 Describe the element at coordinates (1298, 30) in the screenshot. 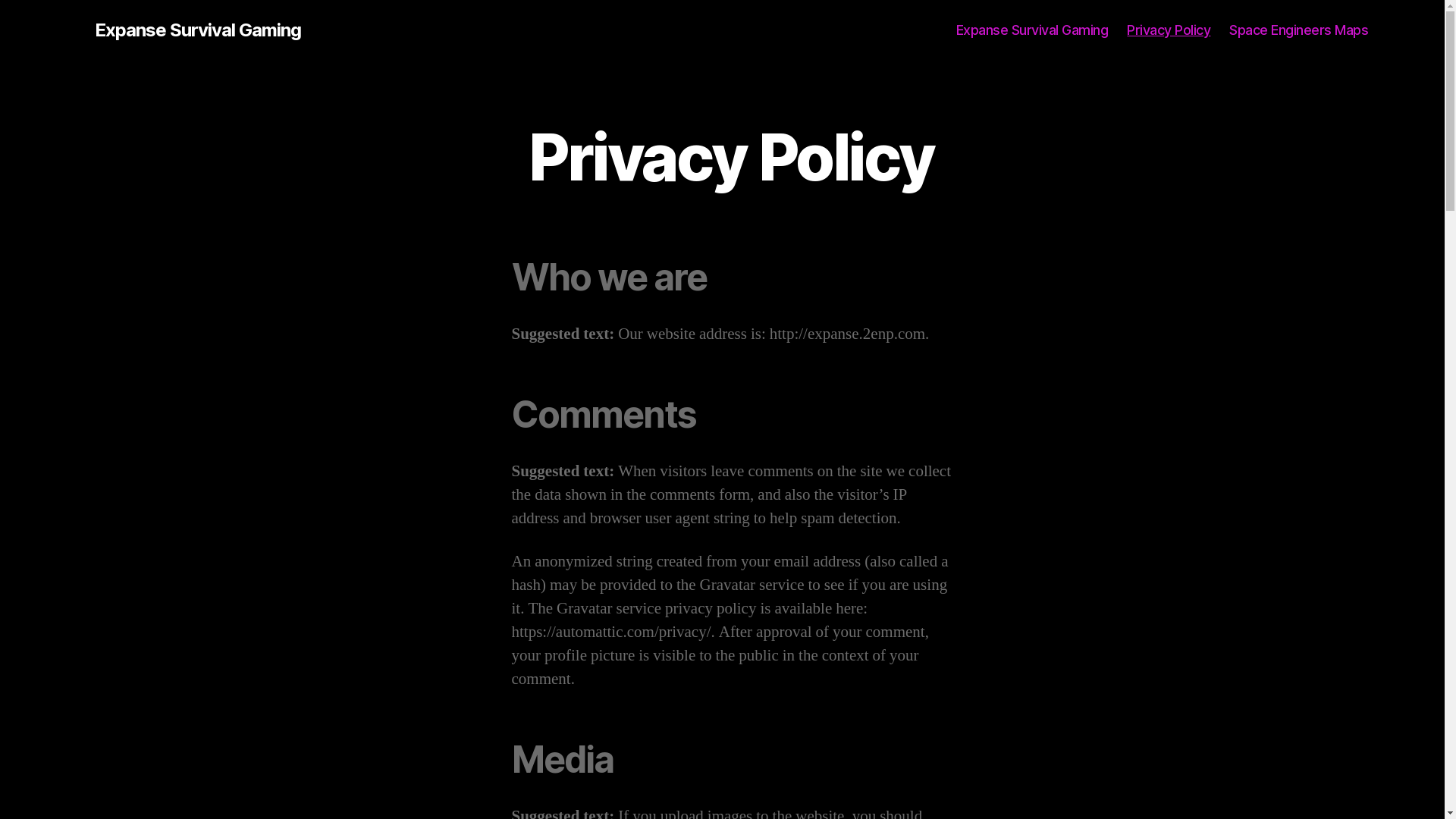

I see `'Space Engineers Maps'` at that location.